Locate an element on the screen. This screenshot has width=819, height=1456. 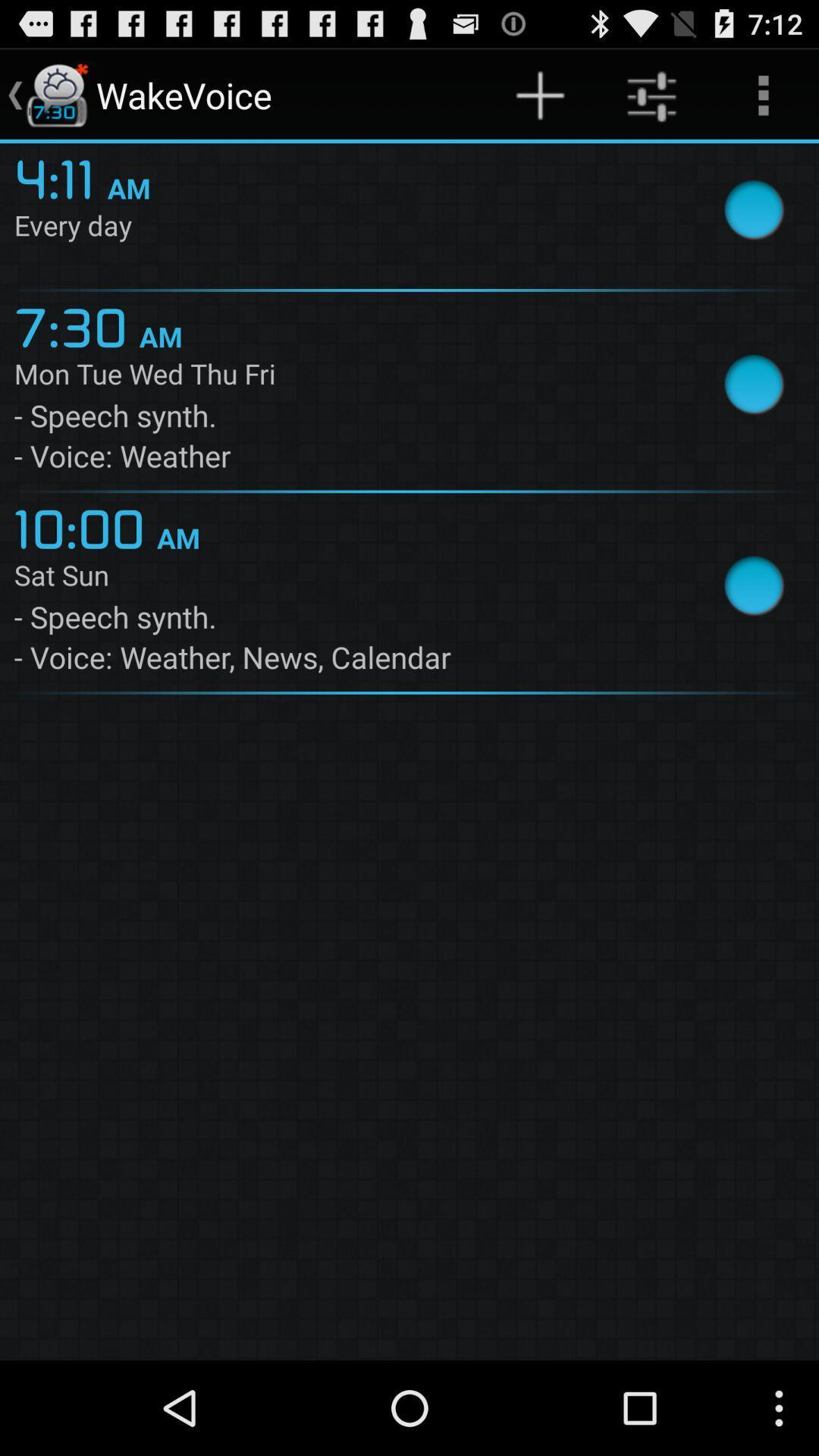
4:11 item is located at coordinates (60, 177).